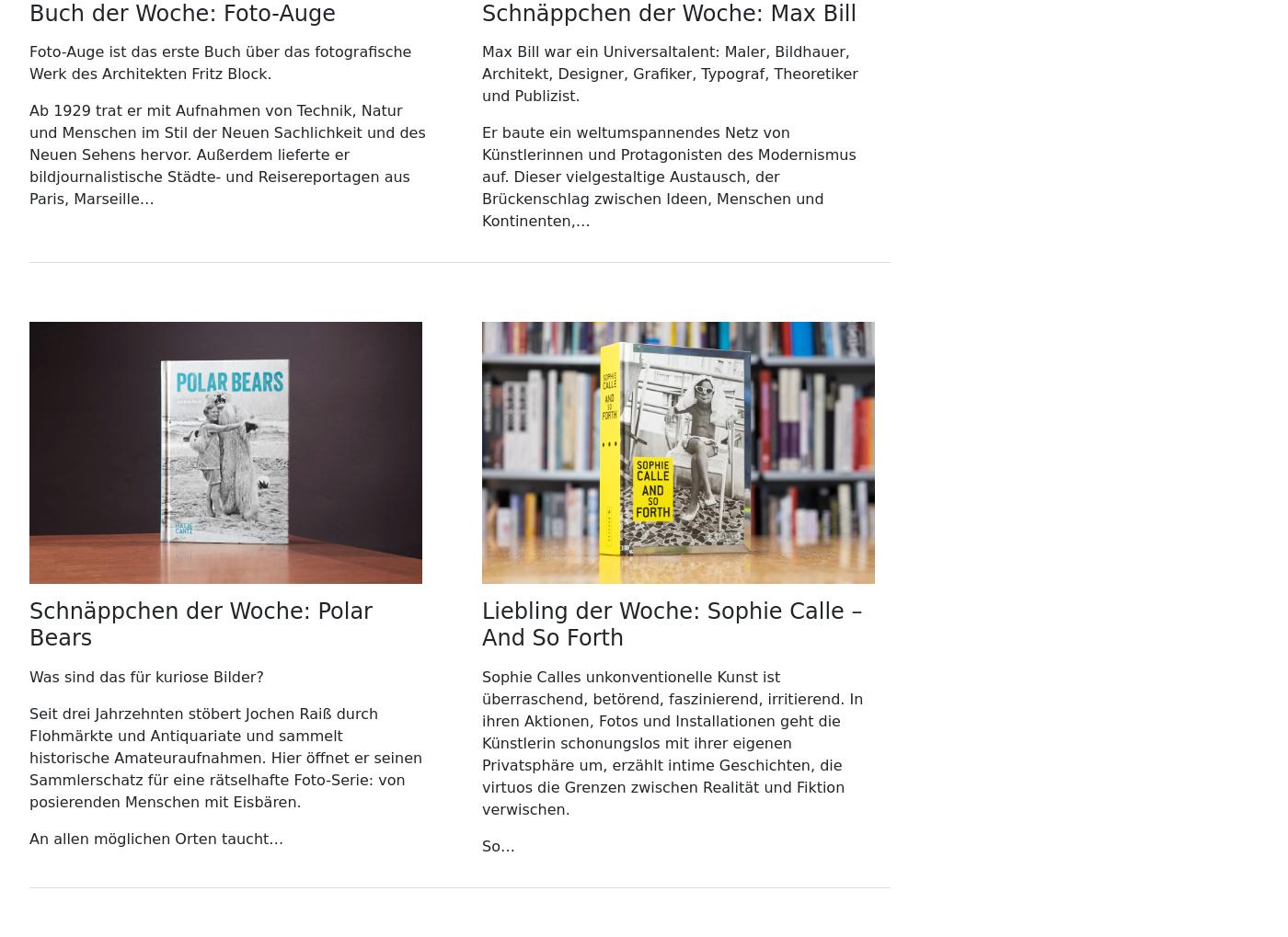 The image size is (1288, 937). I want to click on 'info@artbookcologne.de', so click(571, 177).